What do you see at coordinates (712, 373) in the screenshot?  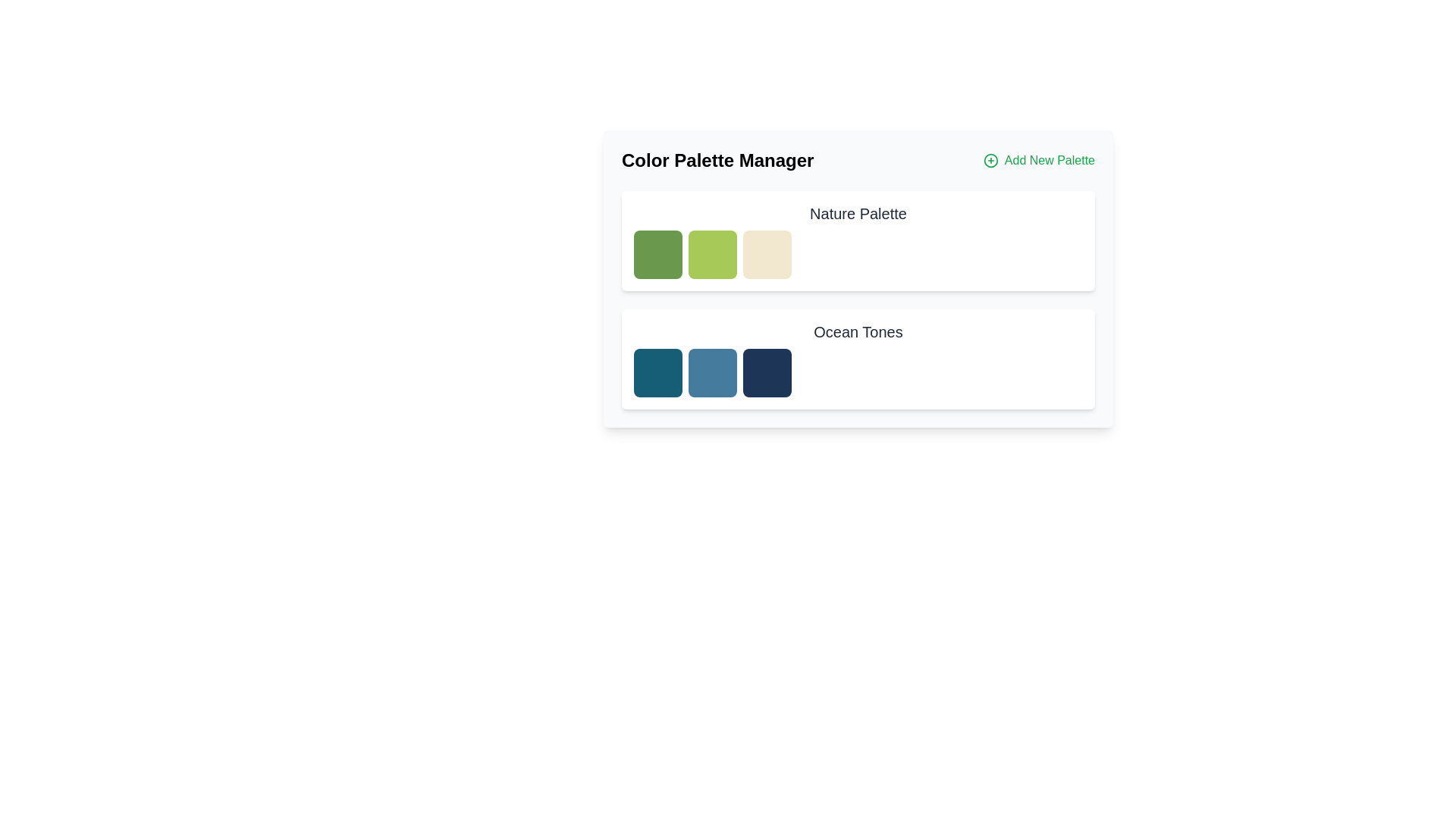 I see `the second square Swatch in the 'Ocean Tones' palette, which is a medium blue square with rounded corners` at bounding box center [712, 373].